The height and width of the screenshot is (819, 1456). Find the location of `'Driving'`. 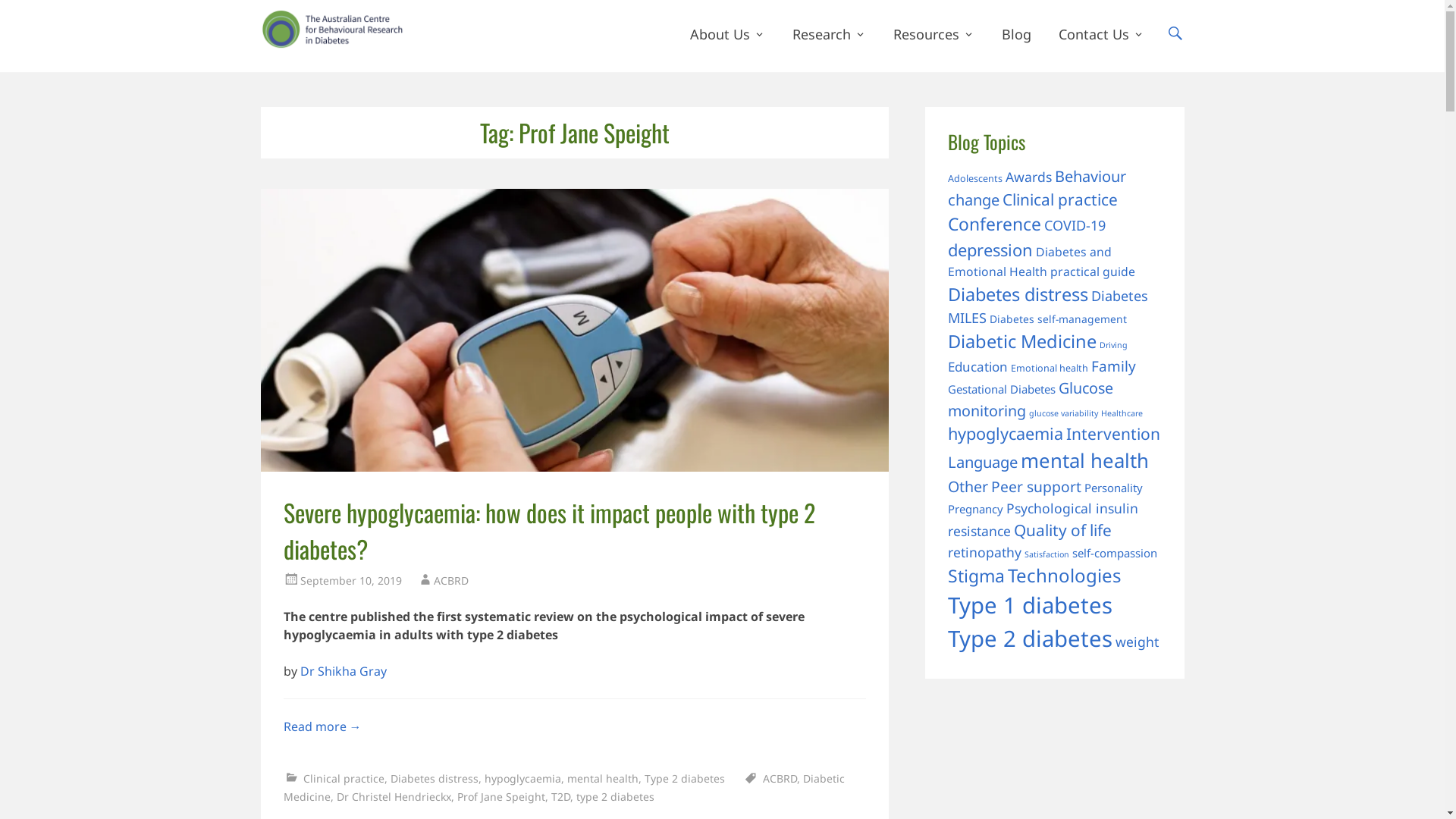

'Driving' is located at coordinates (1113, 345).